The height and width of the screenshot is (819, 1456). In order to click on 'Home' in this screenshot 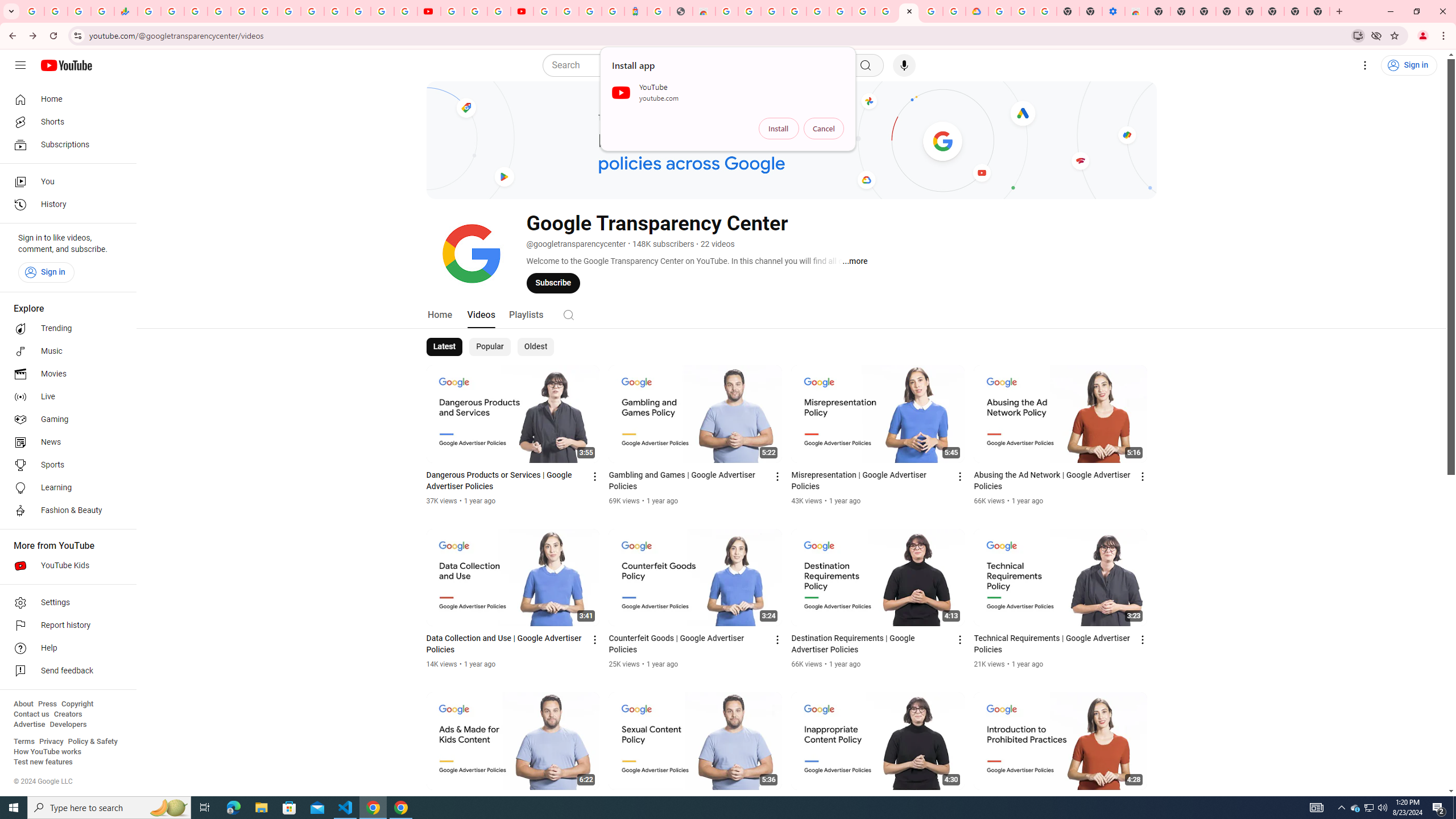, I will do `click(64, 98)`.